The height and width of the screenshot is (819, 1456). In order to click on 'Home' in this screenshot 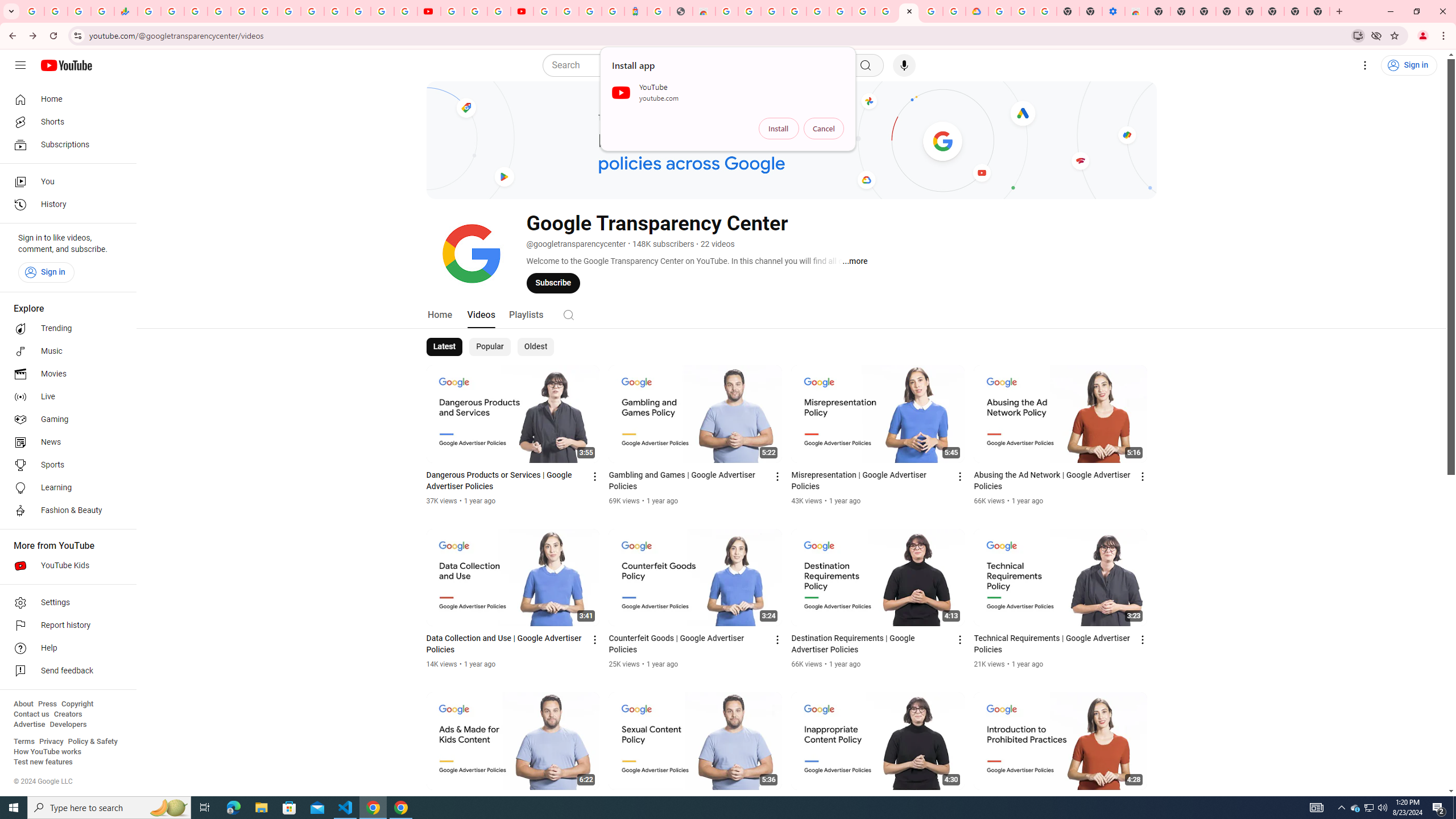, I will do `click(64, 98)`.